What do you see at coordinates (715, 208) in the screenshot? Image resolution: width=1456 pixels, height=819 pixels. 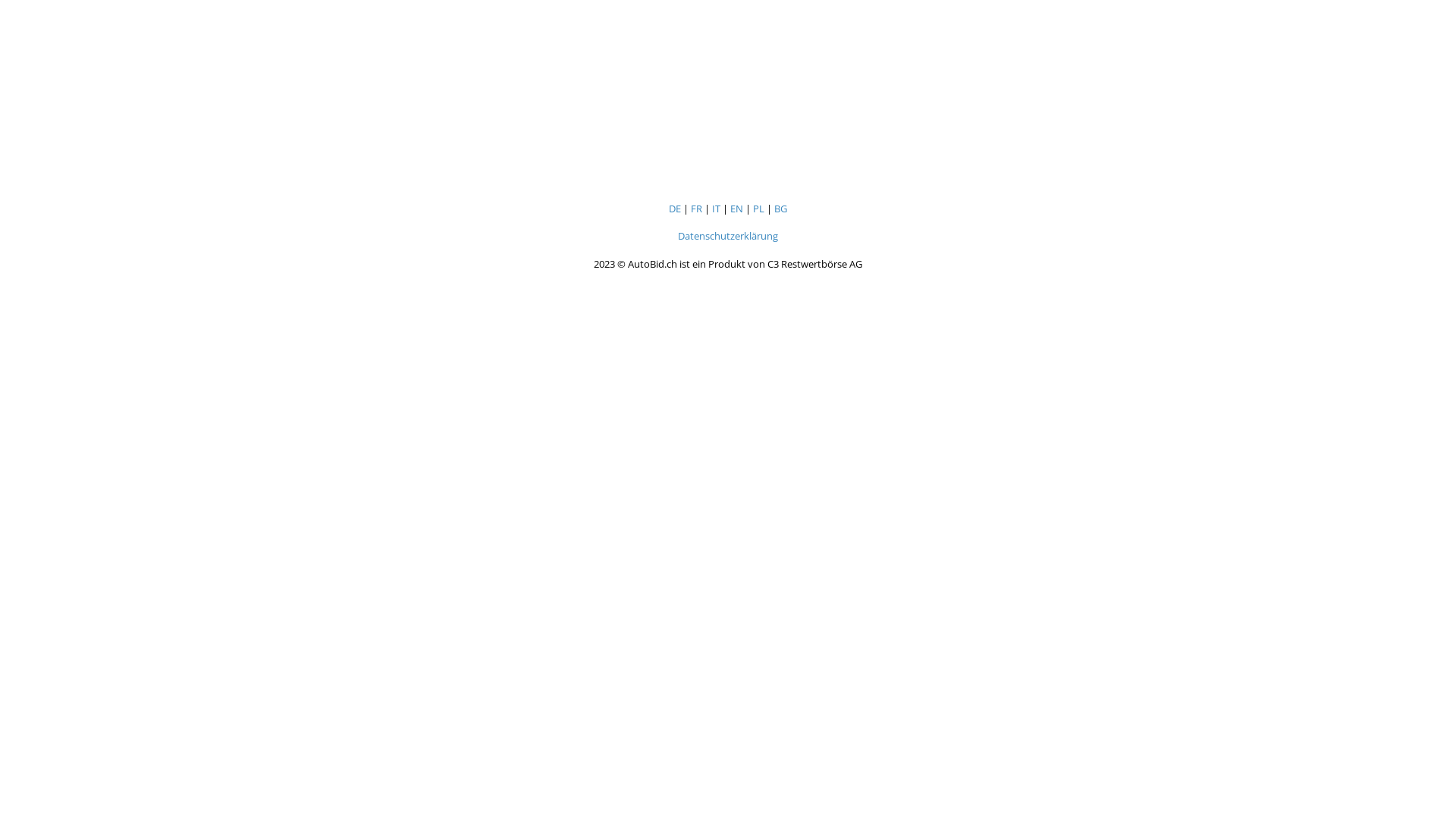 I see `'IT'` at bounding box center [715, 208].